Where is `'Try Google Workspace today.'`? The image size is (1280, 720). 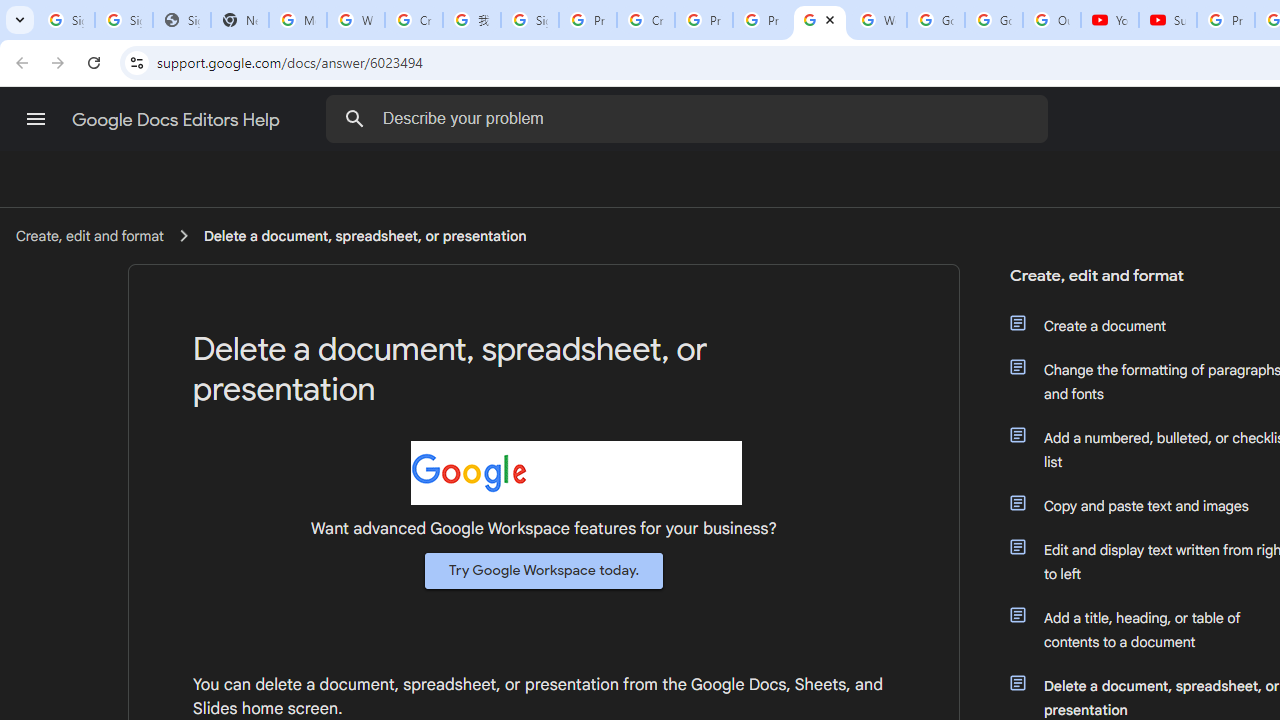 'Try Google Workspace today.' is located at coordinates (544, 570).